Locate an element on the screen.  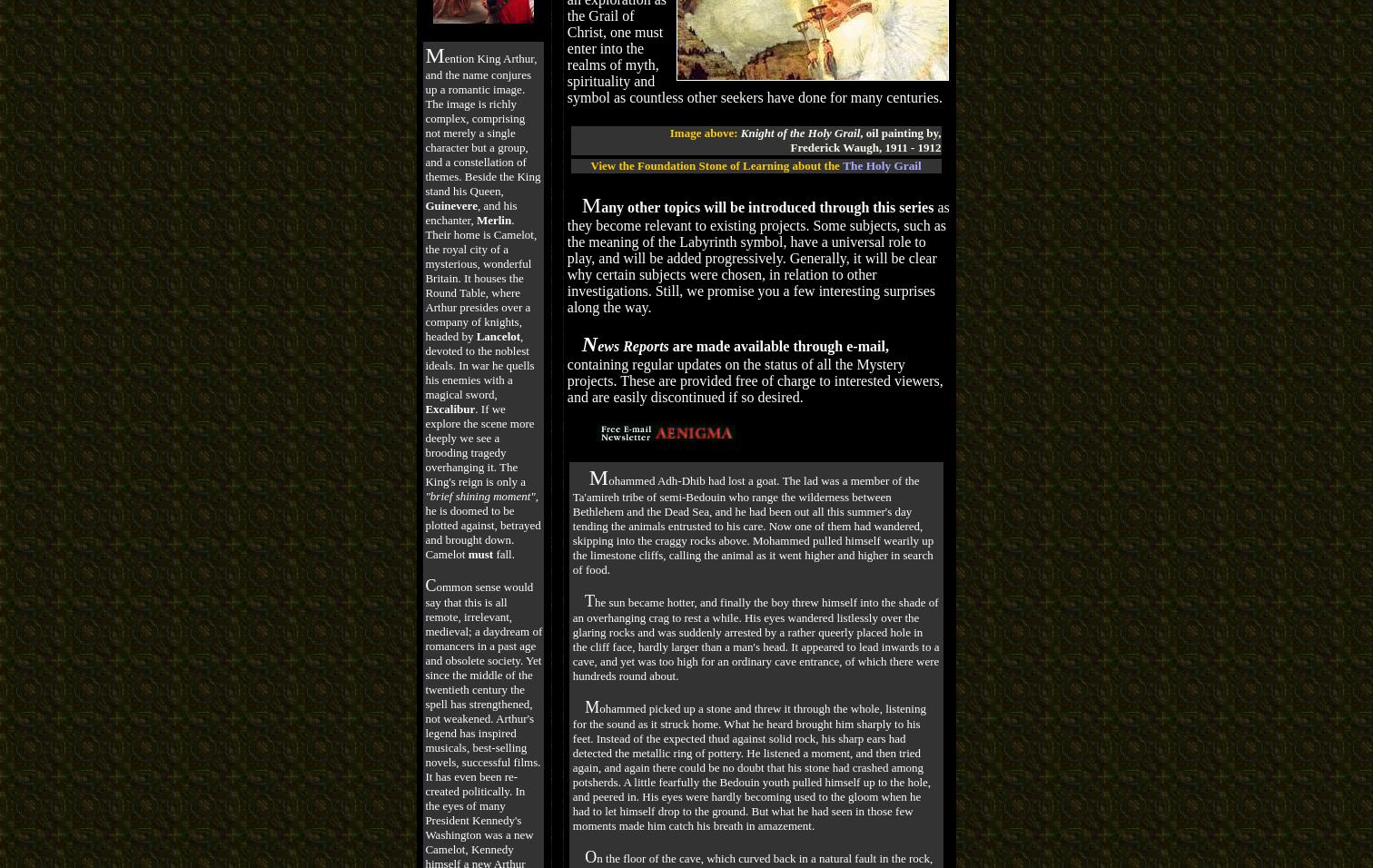
'The 
              Holy Grail' is located at coordinates (882, 164).